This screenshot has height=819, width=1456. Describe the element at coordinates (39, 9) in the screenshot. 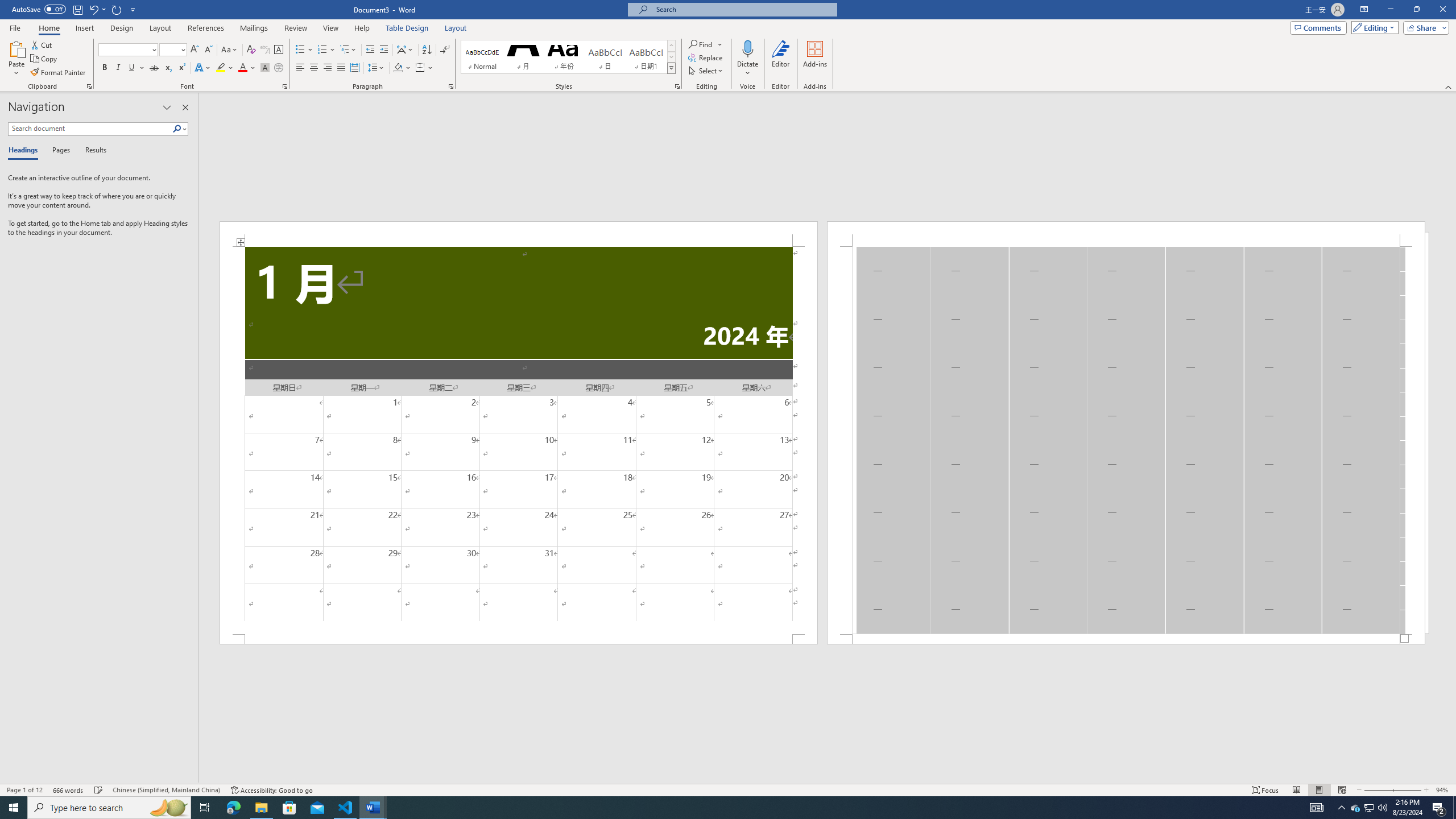

I see `'AutoSave'` at that location.